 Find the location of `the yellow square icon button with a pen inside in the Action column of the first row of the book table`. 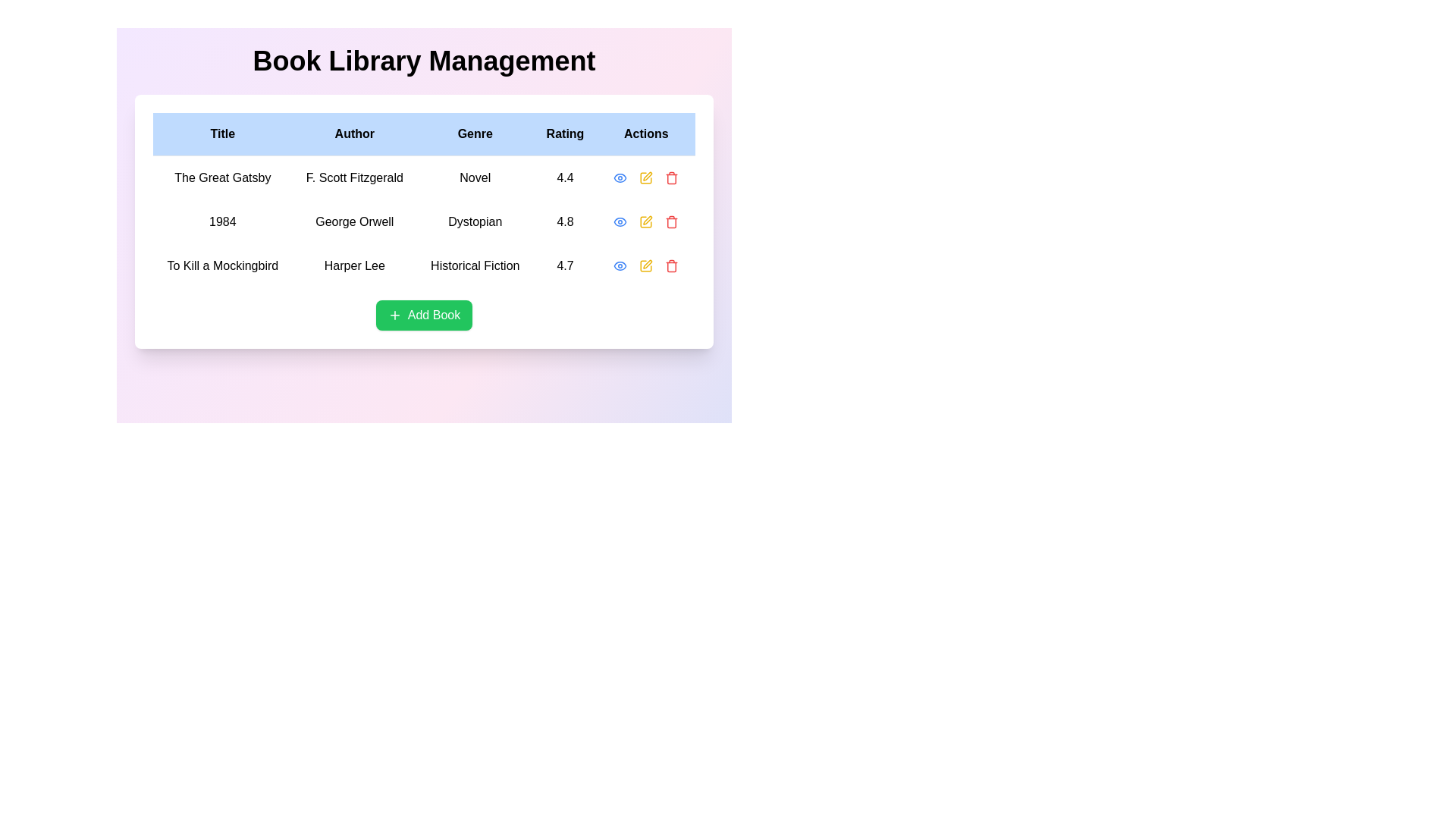

the yellow square icon button with a pen inside in the Action column of the first row of the book table is located at coordinates (646, 177).